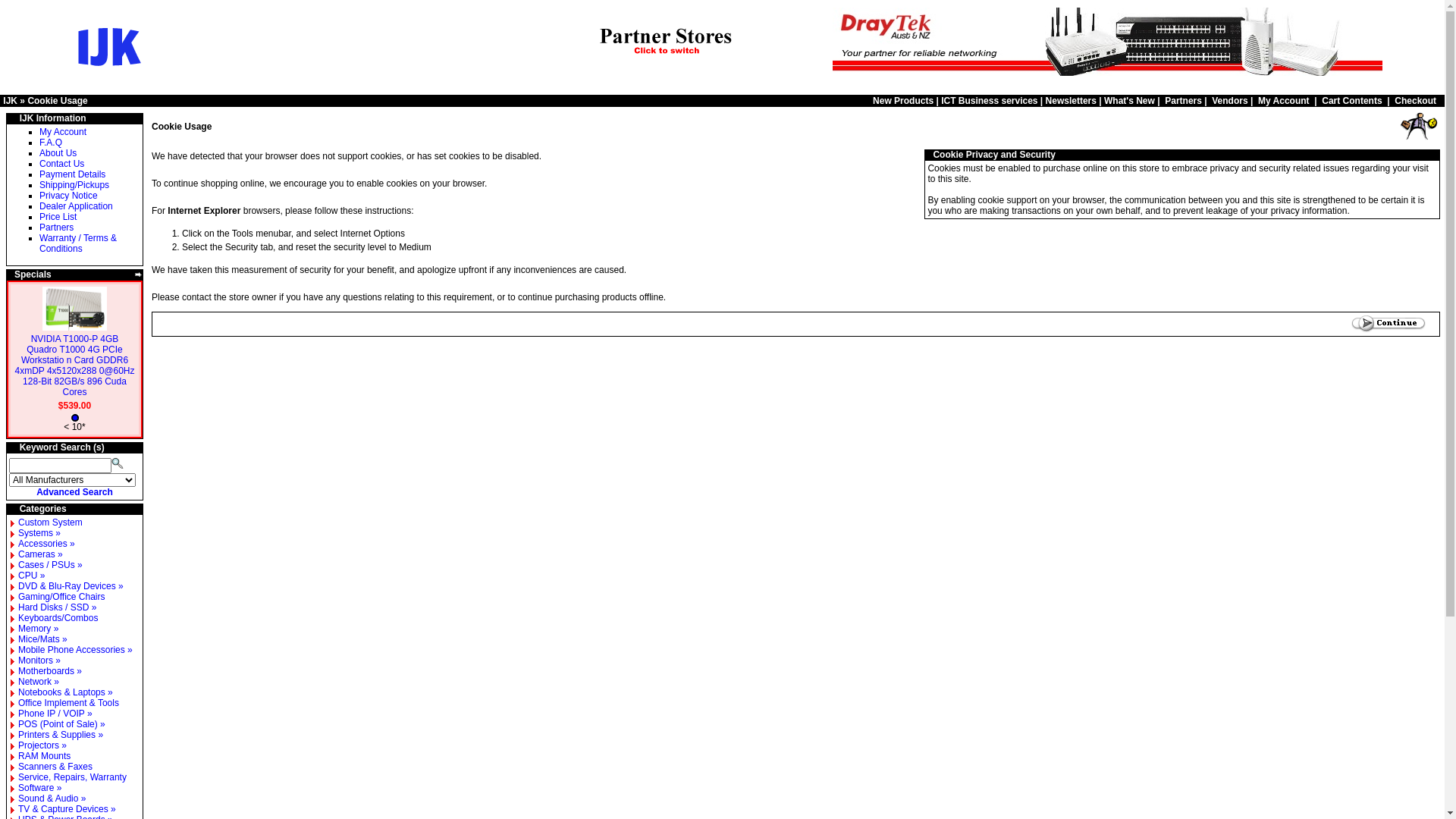 The height and width of the screenshot is (819, 1456). I want to click on 'Cart Contents', so click(1351, 100).